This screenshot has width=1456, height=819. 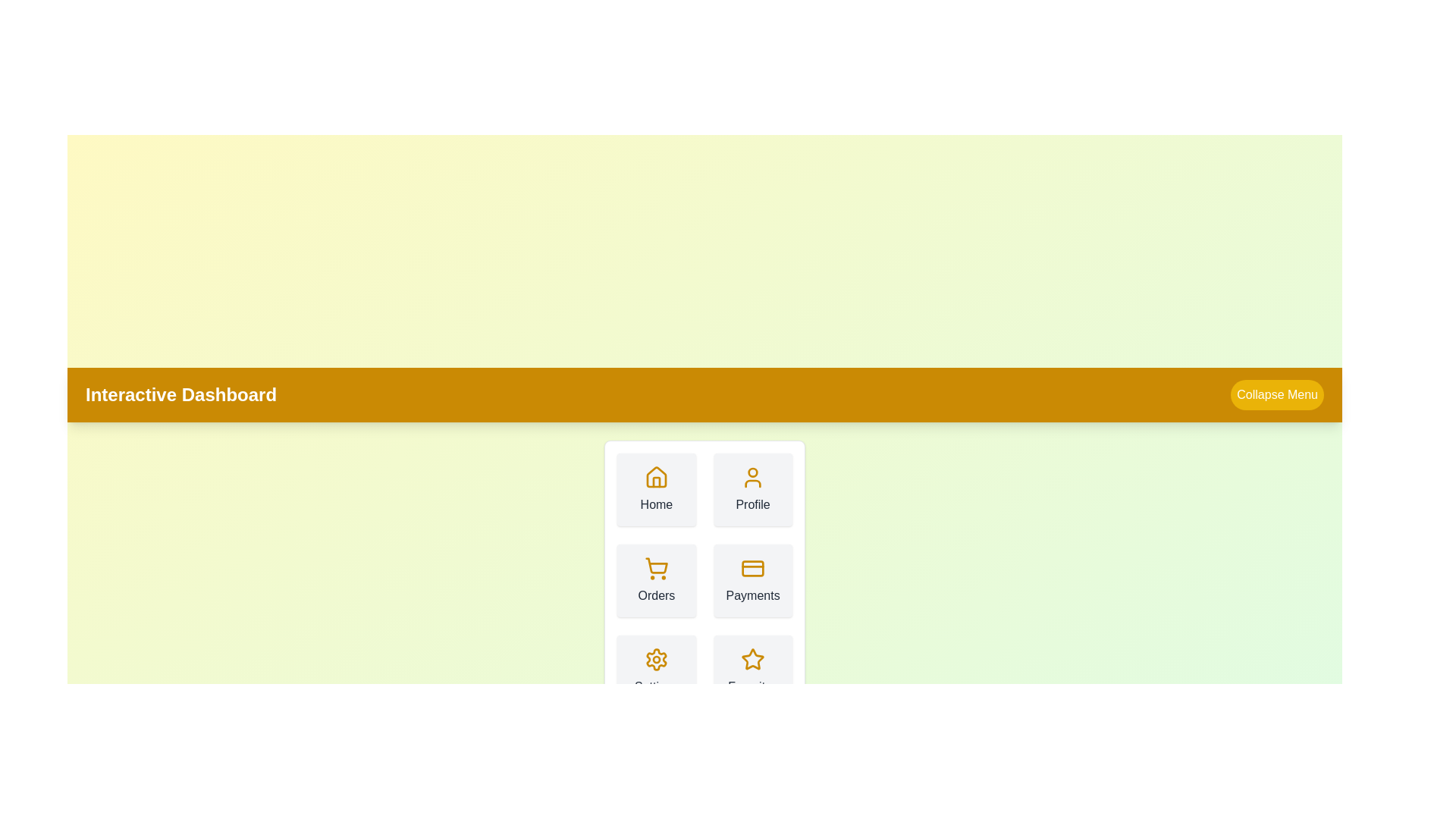 What do you see at coordinates (656, 568) in the screenshot?
I see `the icon corresponding to Orders` at bounding box center [656, 568].